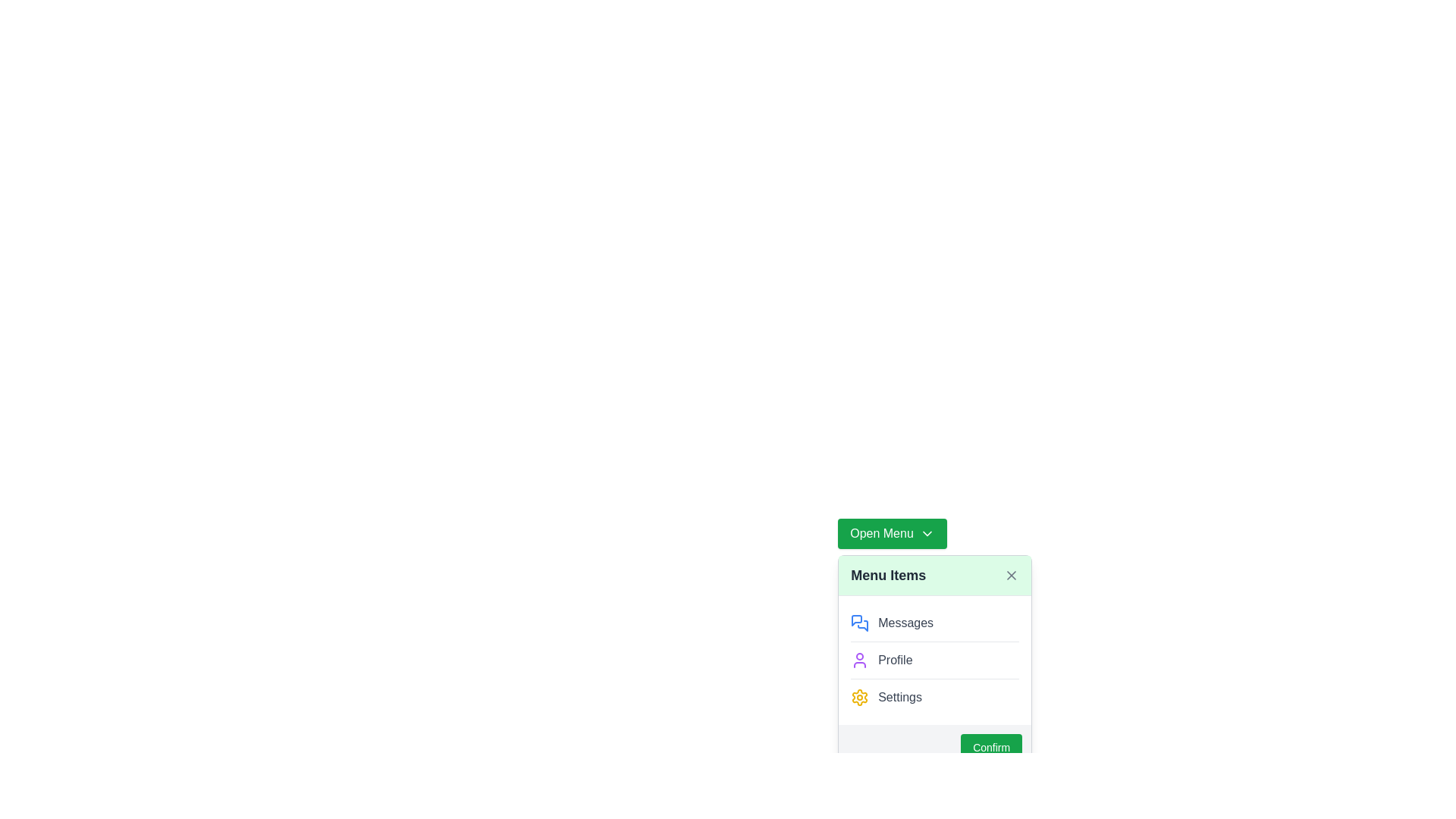 This screenshot has width=1456, height=819. I want to click on the yellow gear icon representing settings, which is located to the left of the 'Settings' text in the menu list, so click(860, 698).